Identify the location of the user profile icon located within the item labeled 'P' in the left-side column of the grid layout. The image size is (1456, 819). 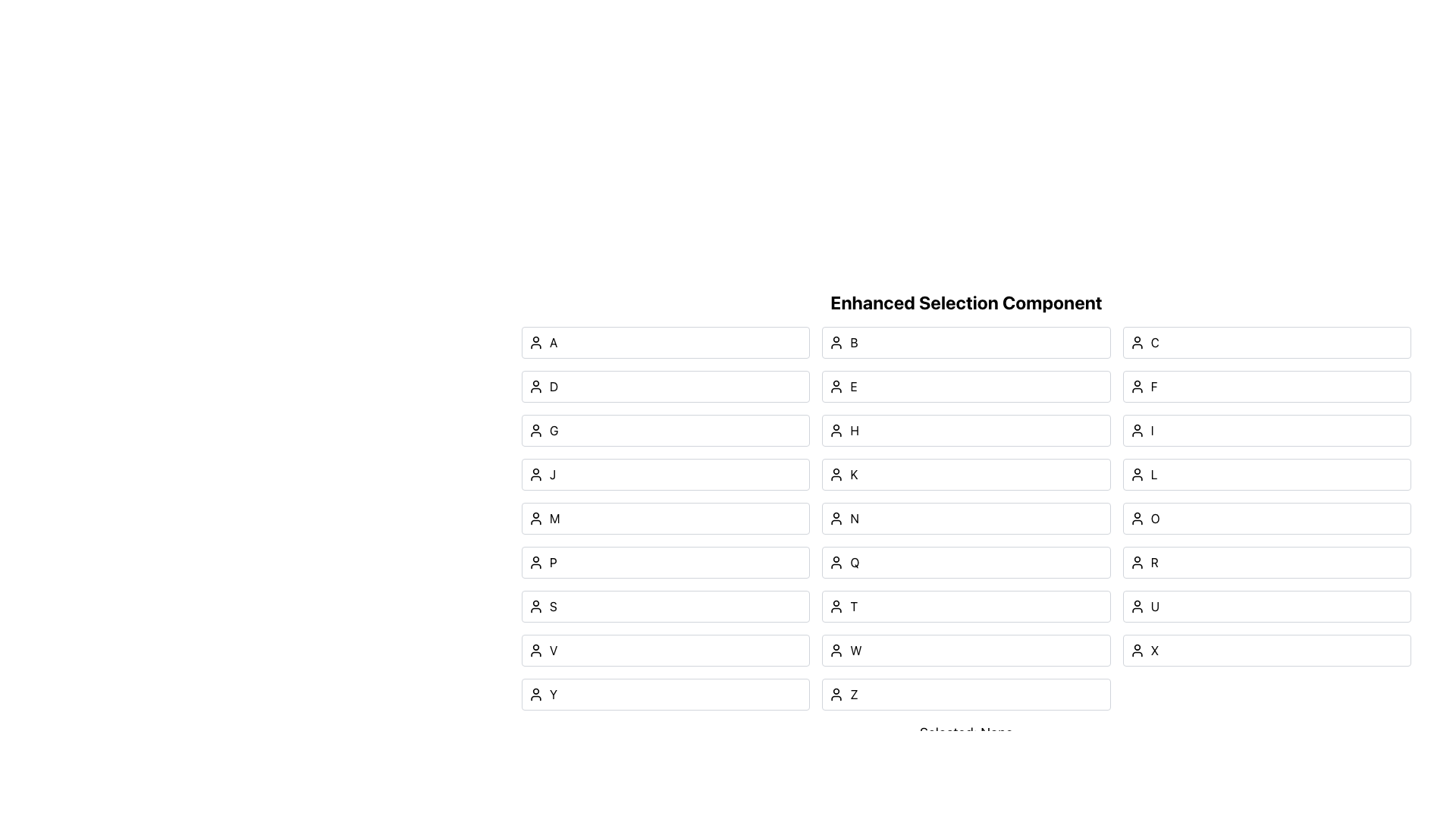
(535, 562).